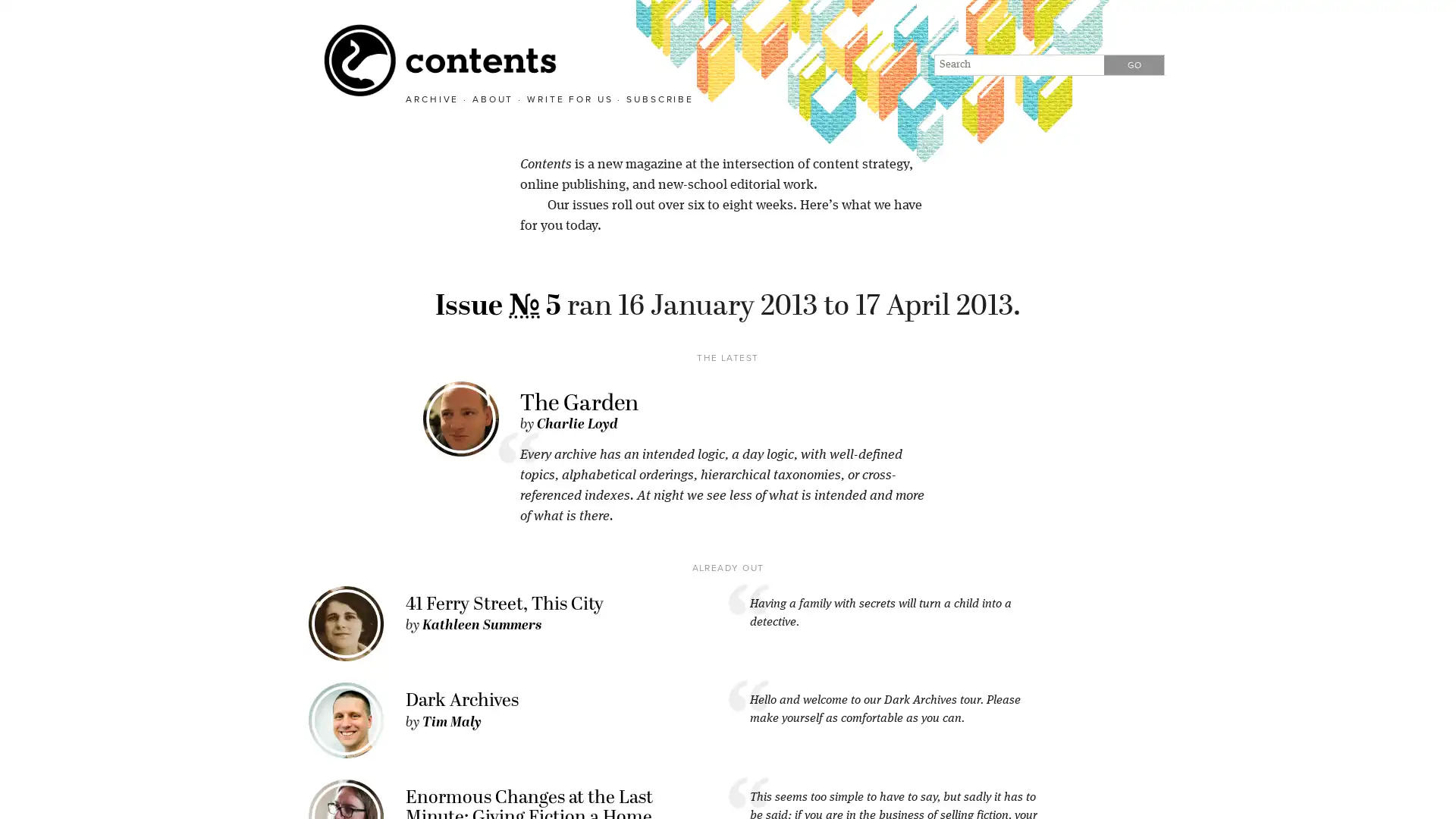  Describe the element at coordinates (1134, 64) in the screenshot. I see `Go` at that location.